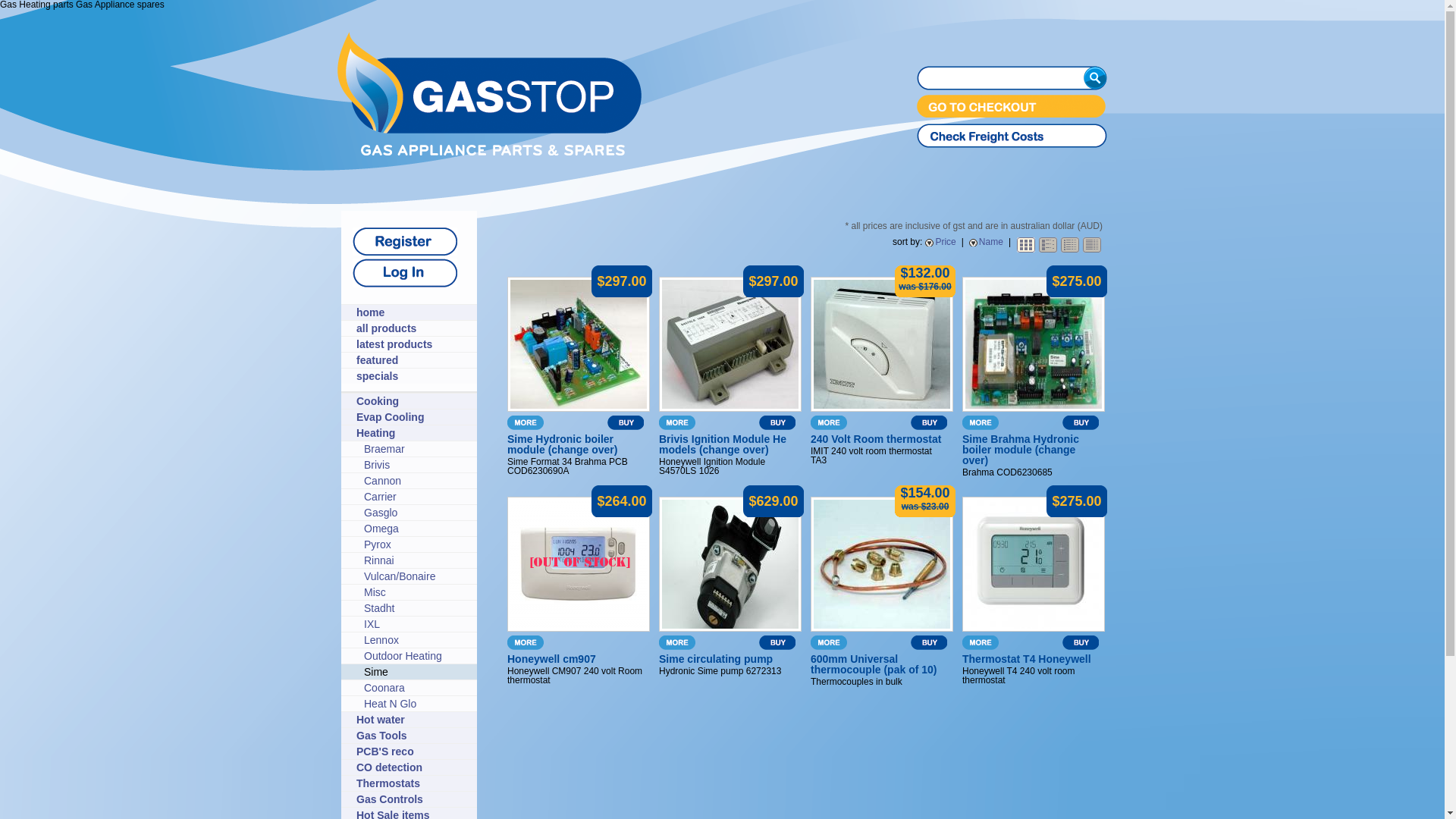 The height and width of the screenshot is (819, 1456). What do you see at coordinates (416, 623) in the screenshot?
I see `'IXL'` at bounding box center [416, 623].